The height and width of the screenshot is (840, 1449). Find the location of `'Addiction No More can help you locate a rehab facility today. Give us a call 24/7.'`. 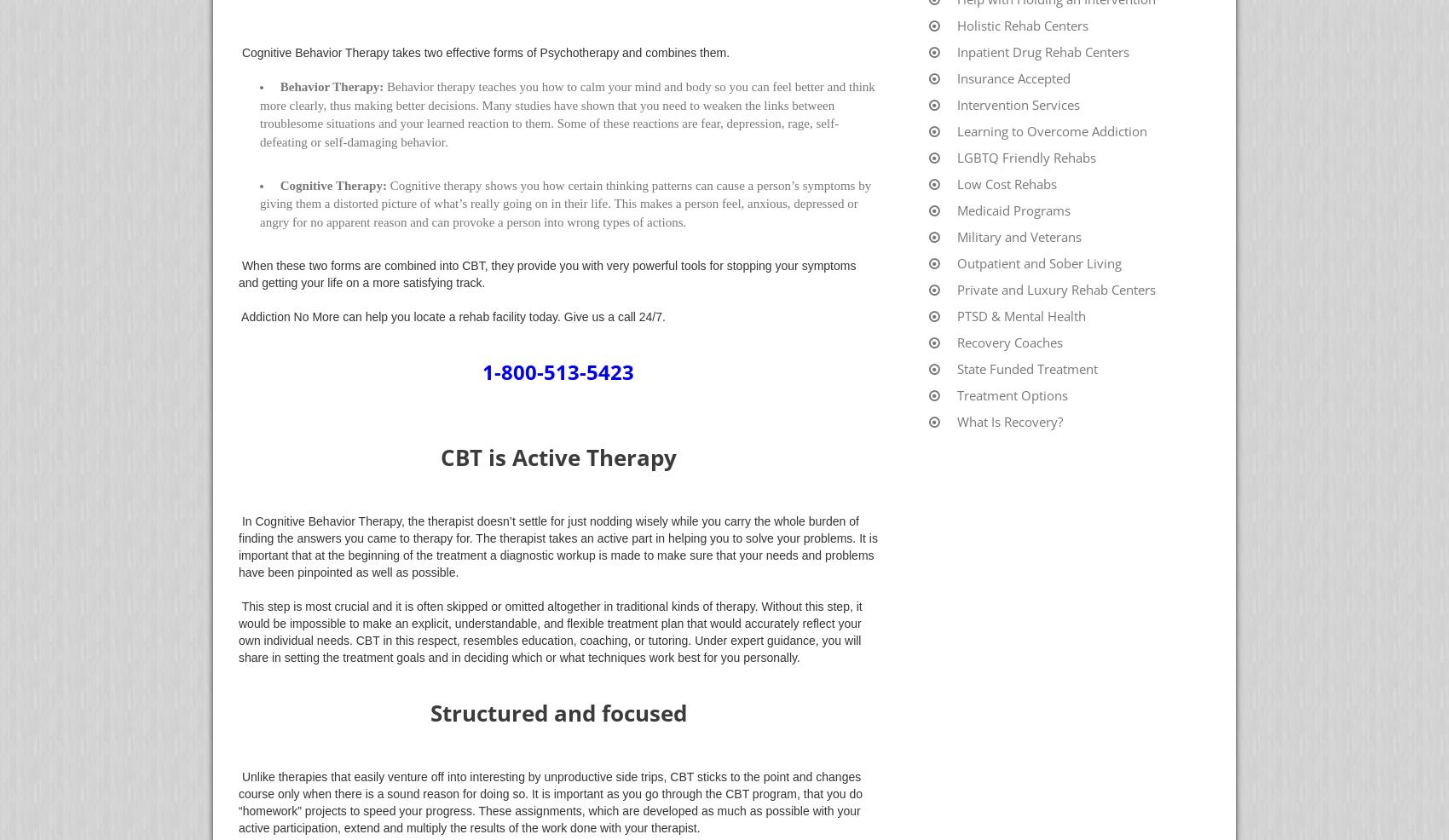

'Addiction No More can help you locate a rehab facility today. Give us a call 24/7.' is located at coordinates (453, 316).